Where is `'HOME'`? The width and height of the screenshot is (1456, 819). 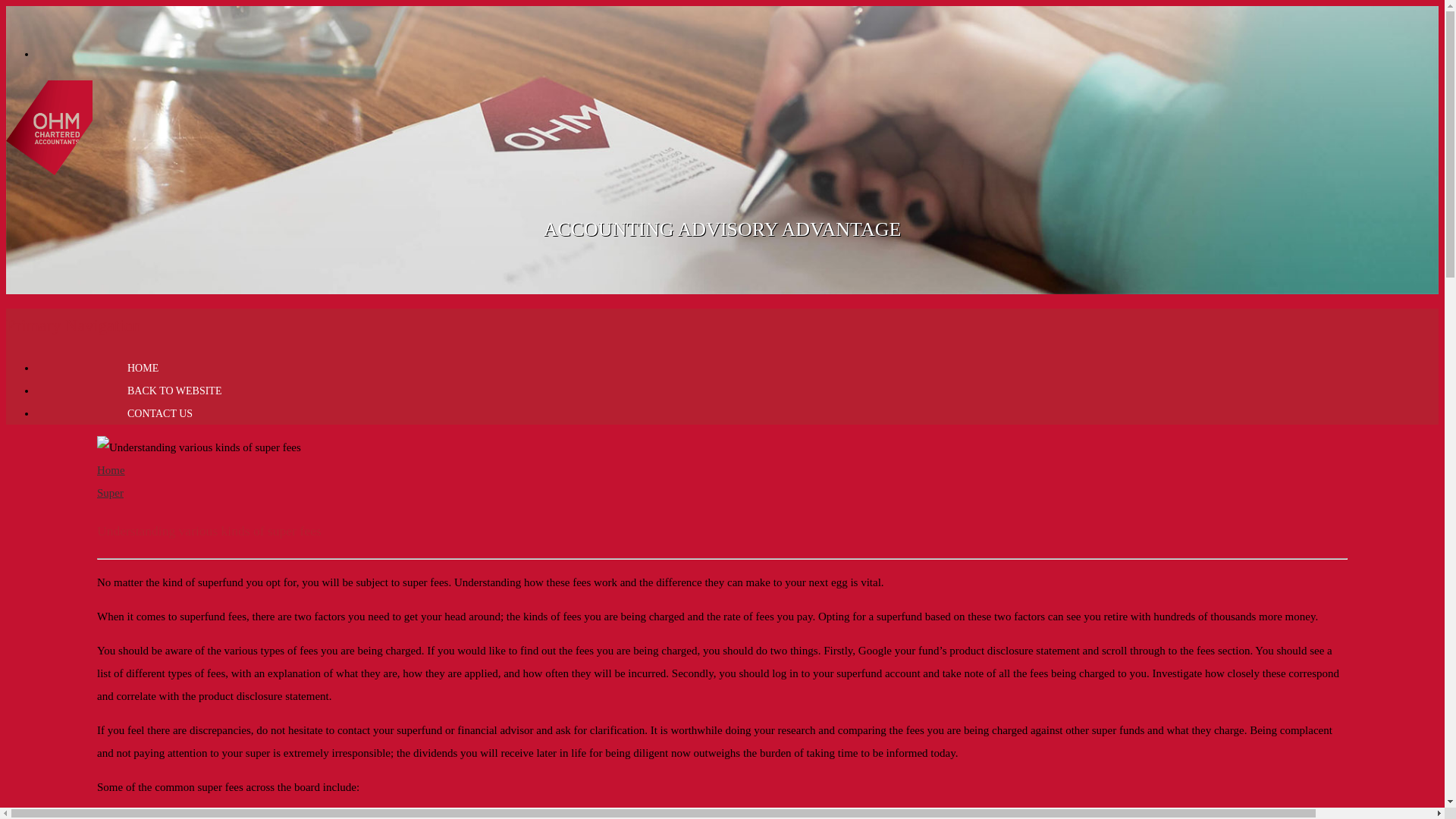
'HOME' is located at coordinates (81, 368).